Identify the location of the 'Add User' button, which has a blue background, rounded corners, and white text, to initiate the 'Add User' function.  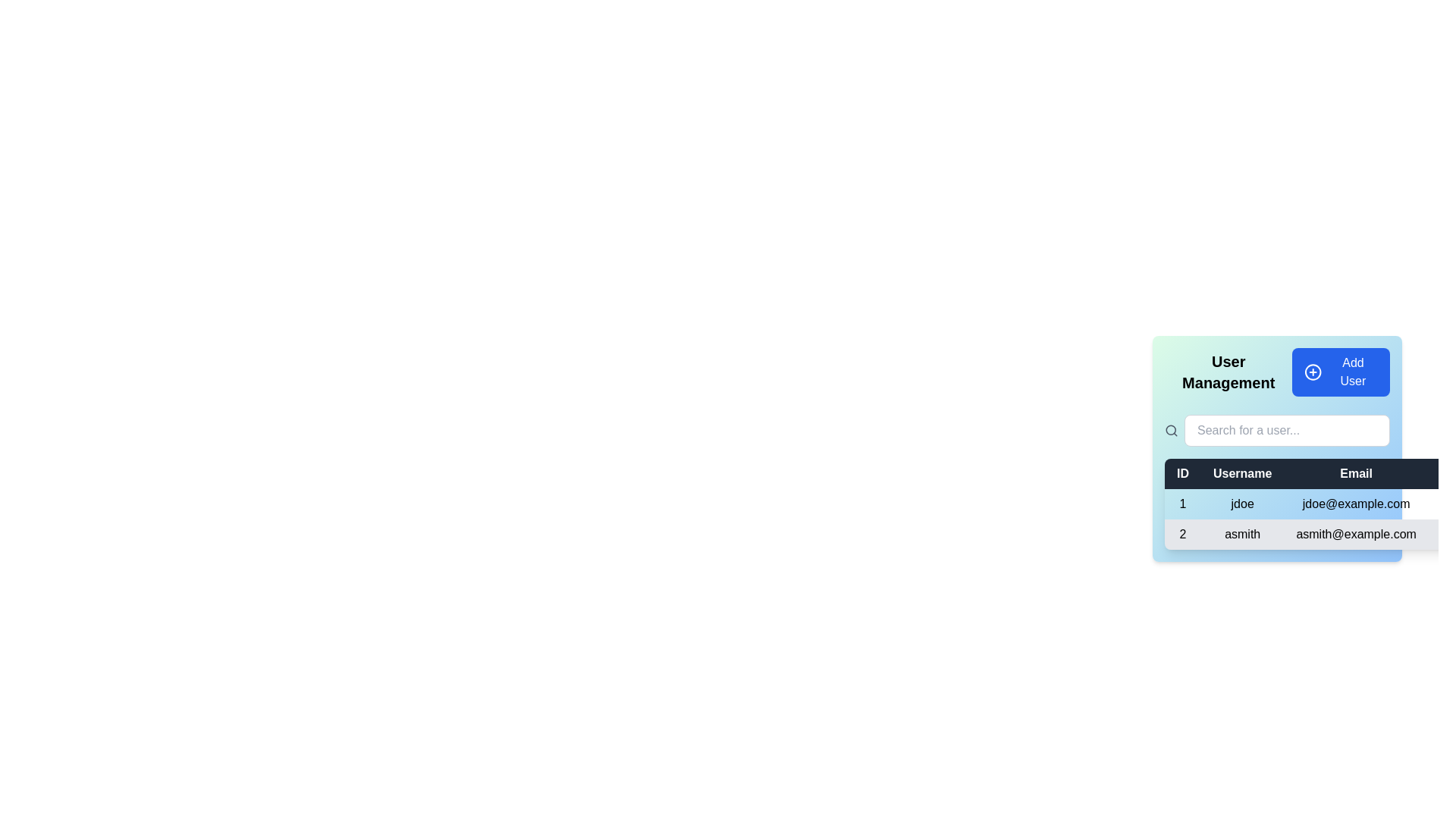
(1341, 372).